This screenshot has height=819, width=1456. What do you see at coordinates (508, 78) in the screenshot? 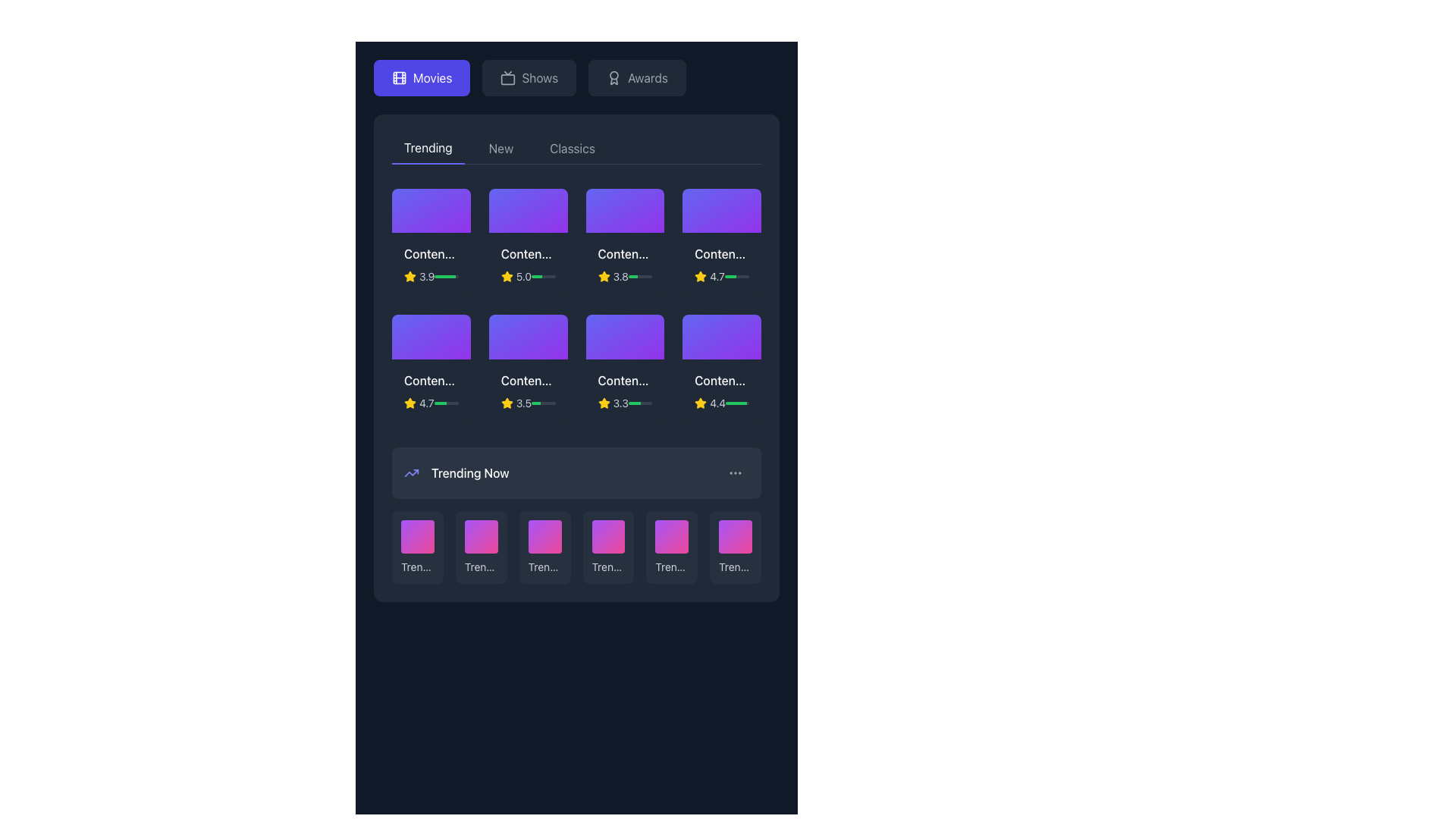
I see `the TV-shaped icon in the top navigation bar labeled 'Shows'` at bounding box center [508, 78].